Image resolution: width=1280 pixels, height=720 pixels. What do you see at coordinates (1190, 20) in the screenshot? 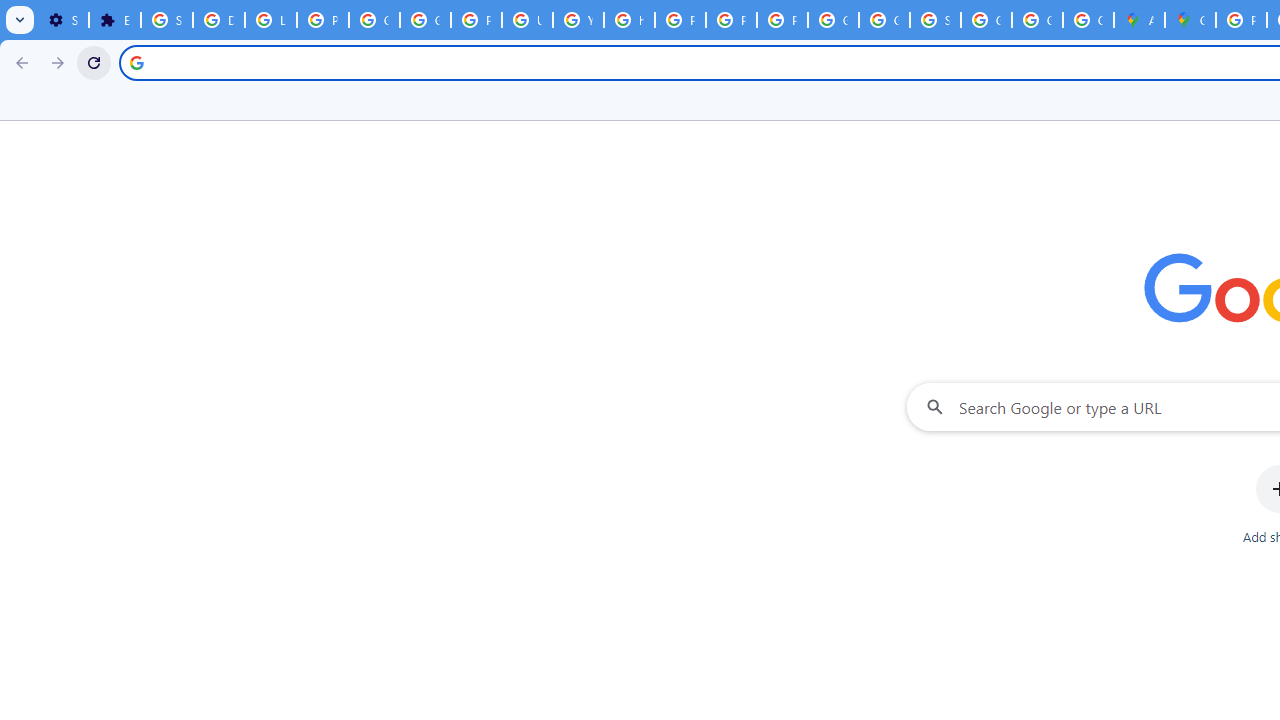
I see `'Google Maps'` at bounding box center [1190, 20].